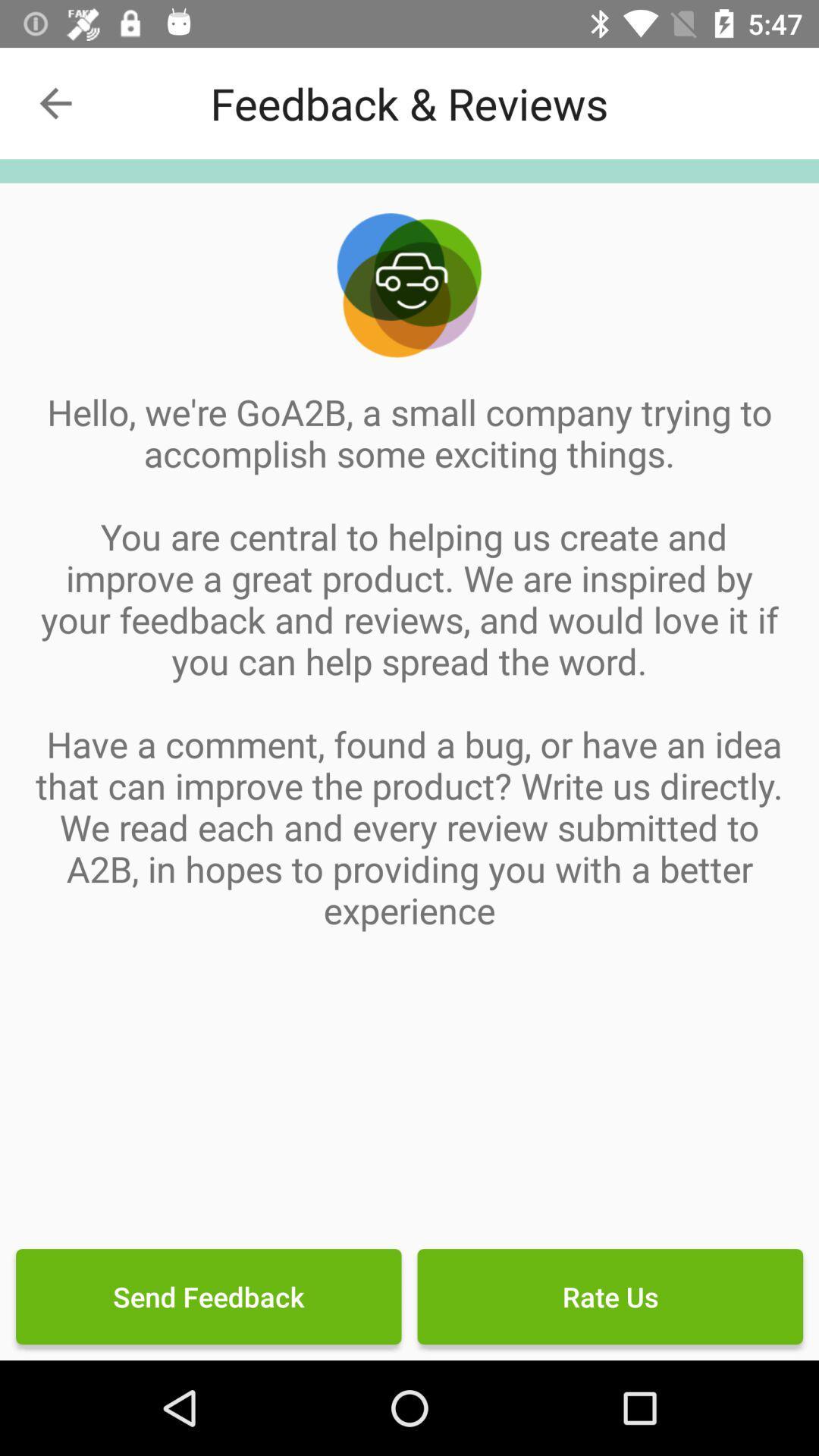 The width and height of the screenshot is (819, 1456). Describe the element at coordinates (209, 1295) in the screenshot. I see `the item to the left of the rate us item` at that location.